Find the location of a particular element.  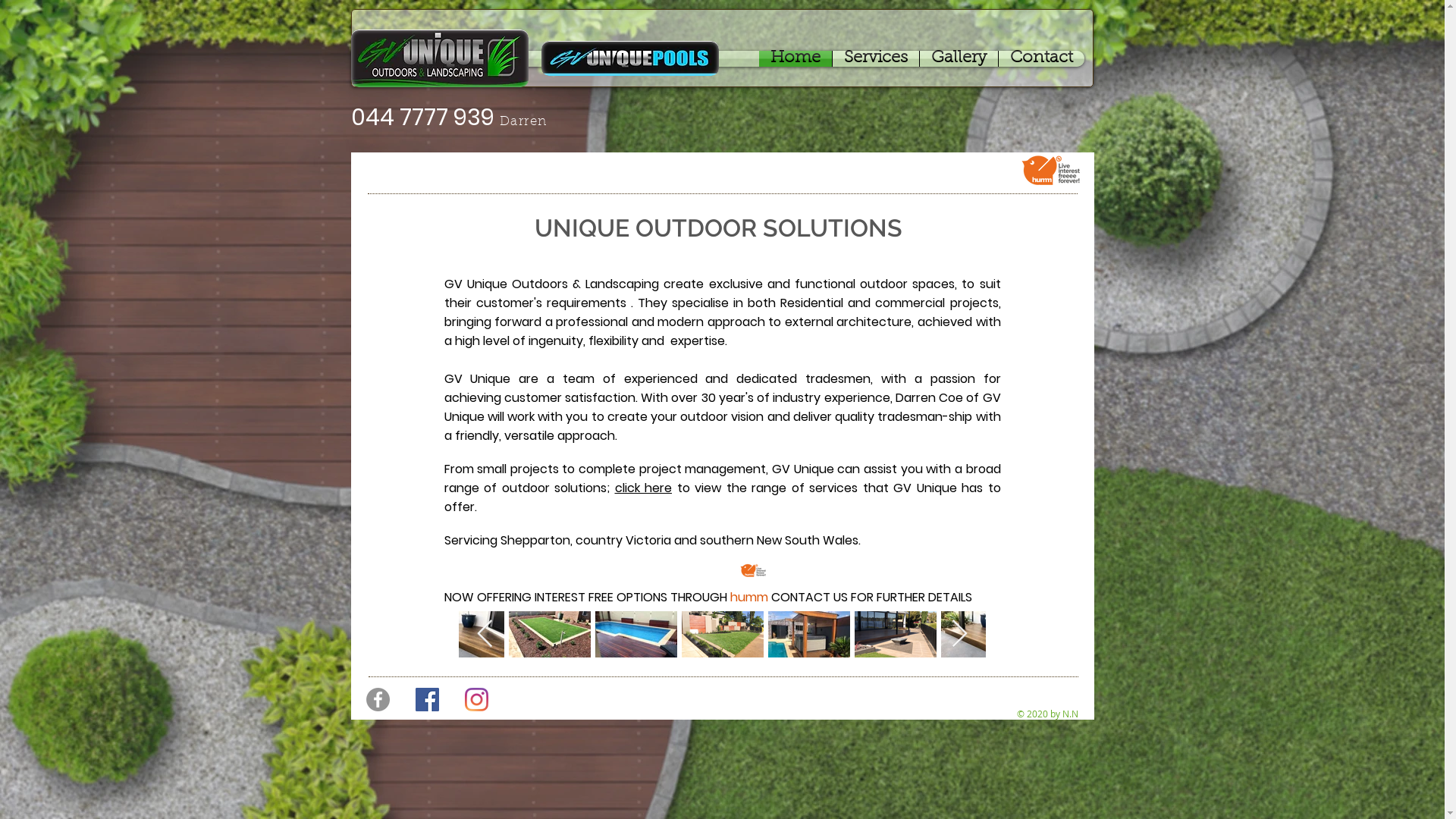

'Home' is located at coordinates (793, 58).